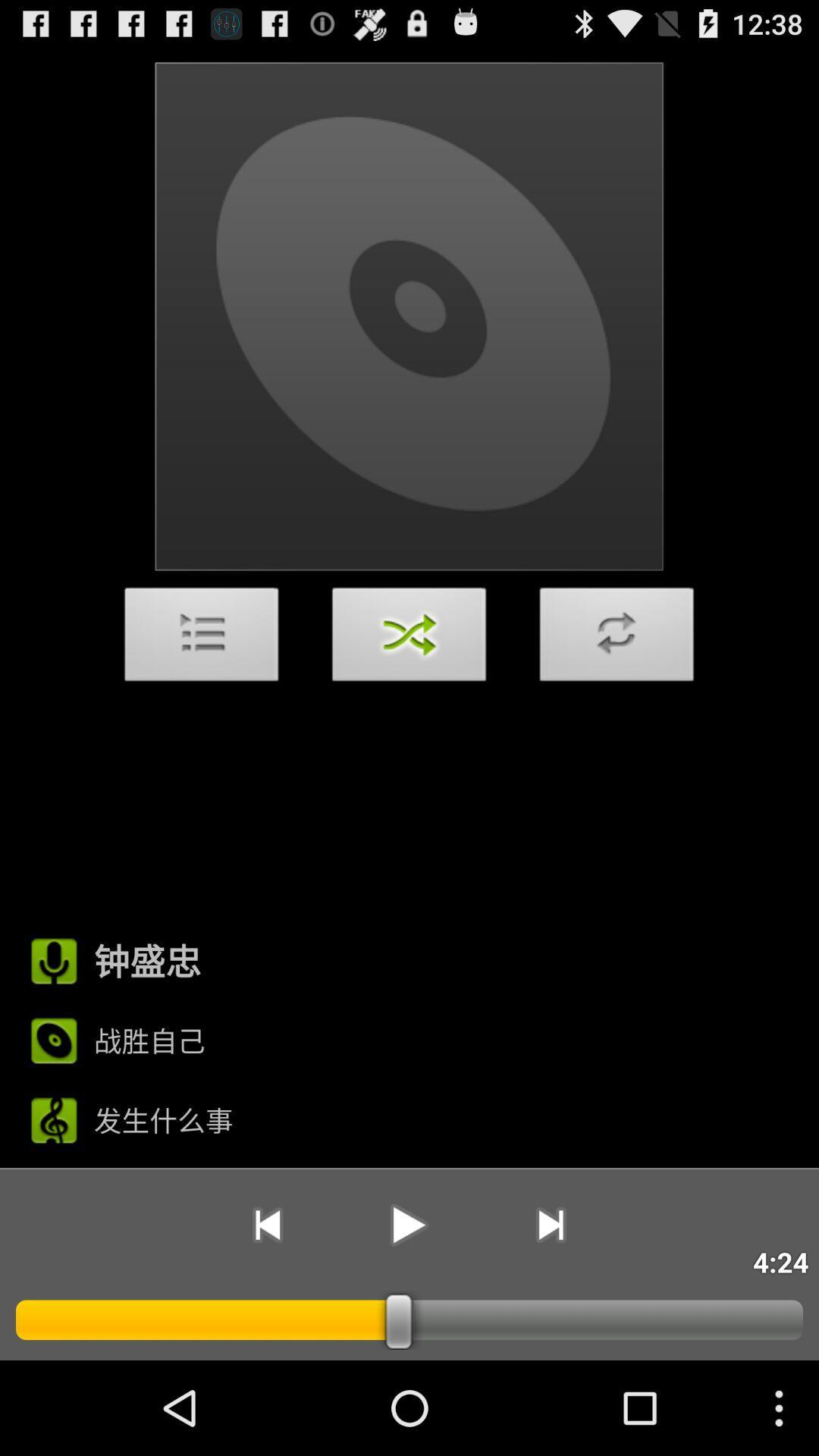  Describe the element at coordinates (617, 639) in the screenshot. I see `item on the right` at that location.